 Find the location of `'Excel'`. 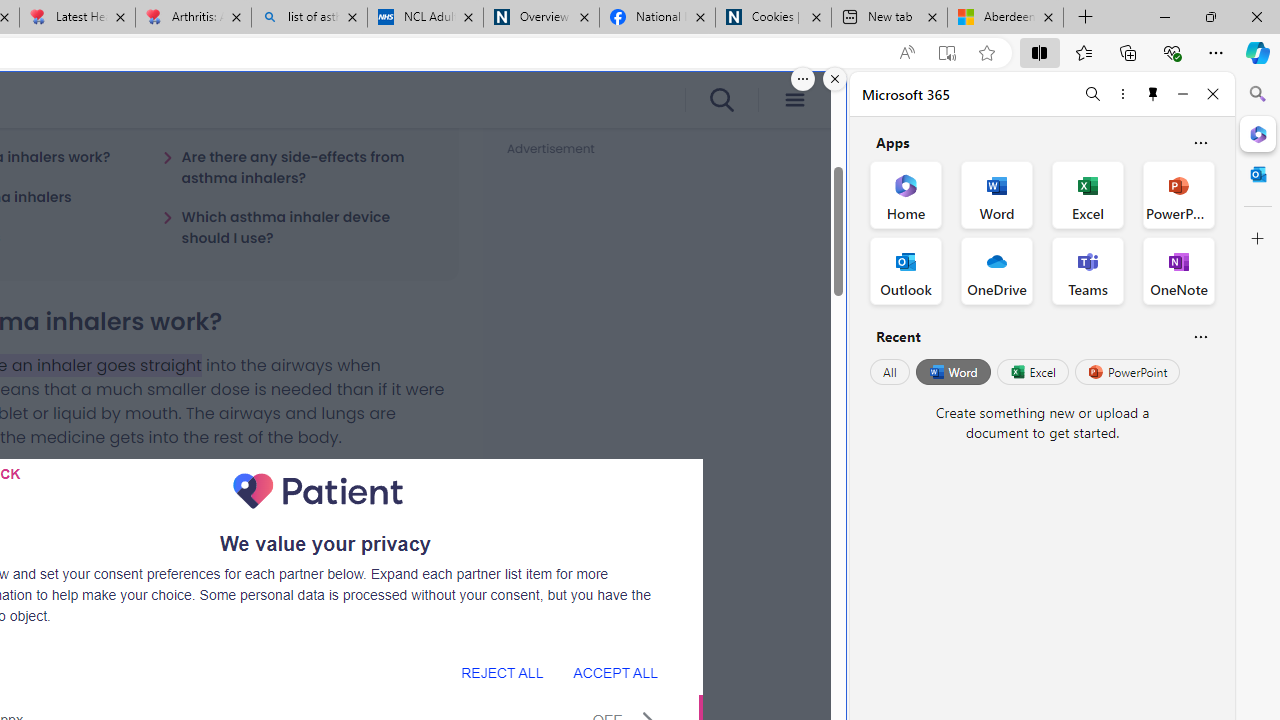

'Excel' is located at coordinates (1032, 372).